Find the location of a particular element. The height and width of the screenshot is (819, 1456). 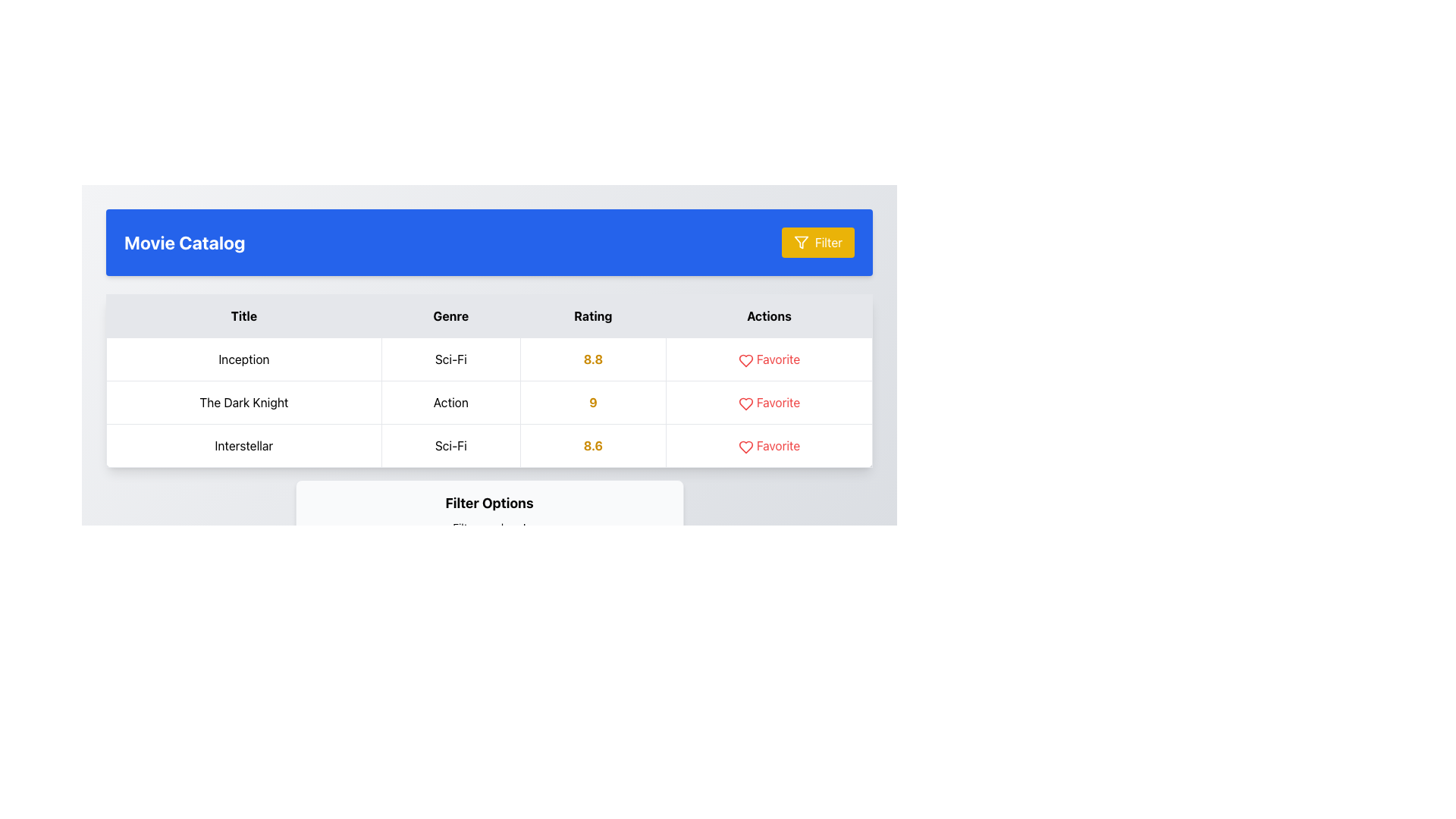

the text label displaying the rating '8.8' for the movie 'Inception', which is located in the third cell of the first row under the 'Rating' column is located at coordinates (592, 359).